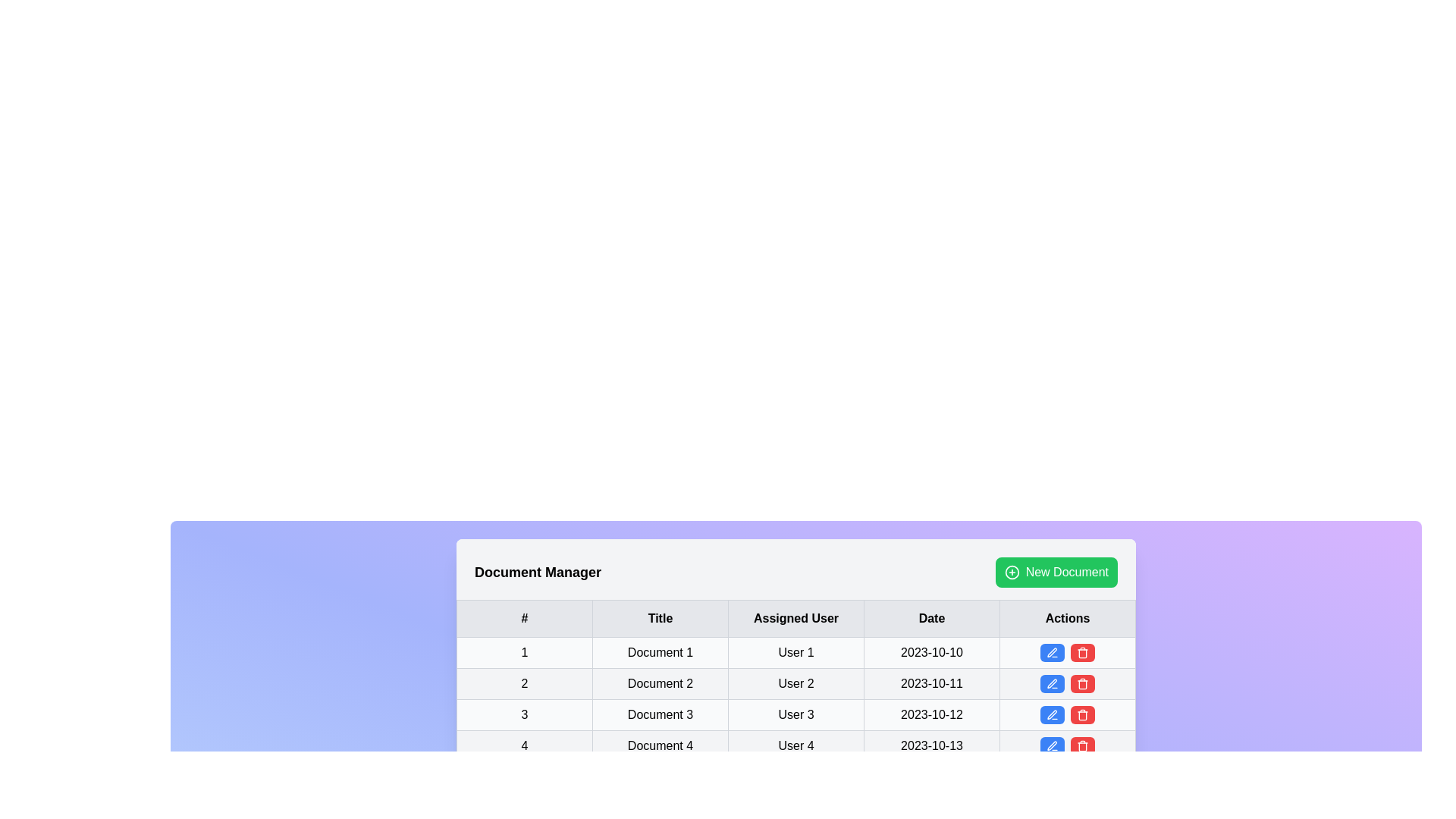 Image resolution: width=1456 pixels, height=819 pixels. I want to click on the fourth row in the table which contains multiple cells and action buttons, so click(795, 745).